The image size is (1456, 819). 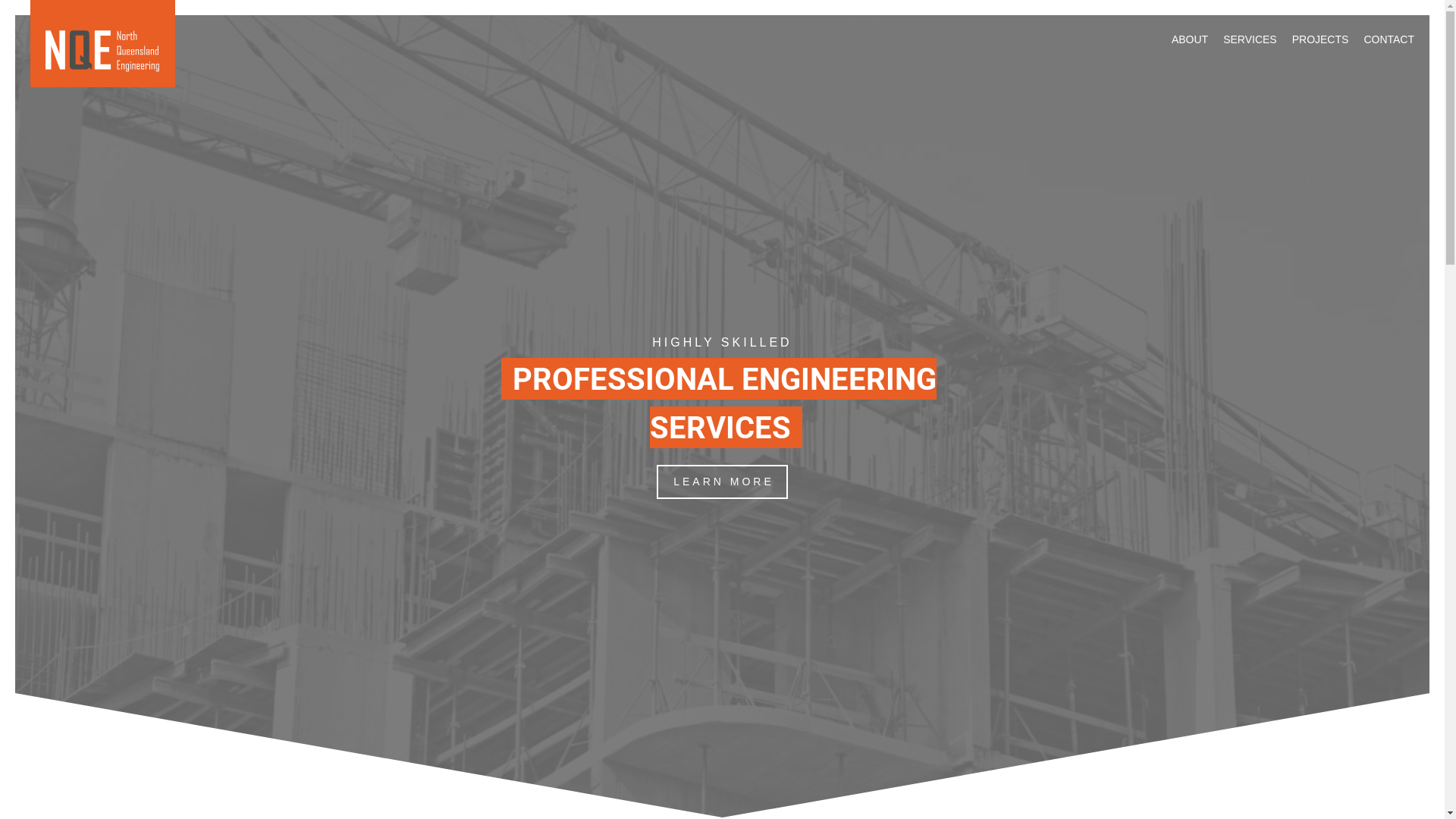 What do you see at coordinates (1319, 38) in the screenshot?
I see `'PROJECTS'` at bounding box center [1319, 38].